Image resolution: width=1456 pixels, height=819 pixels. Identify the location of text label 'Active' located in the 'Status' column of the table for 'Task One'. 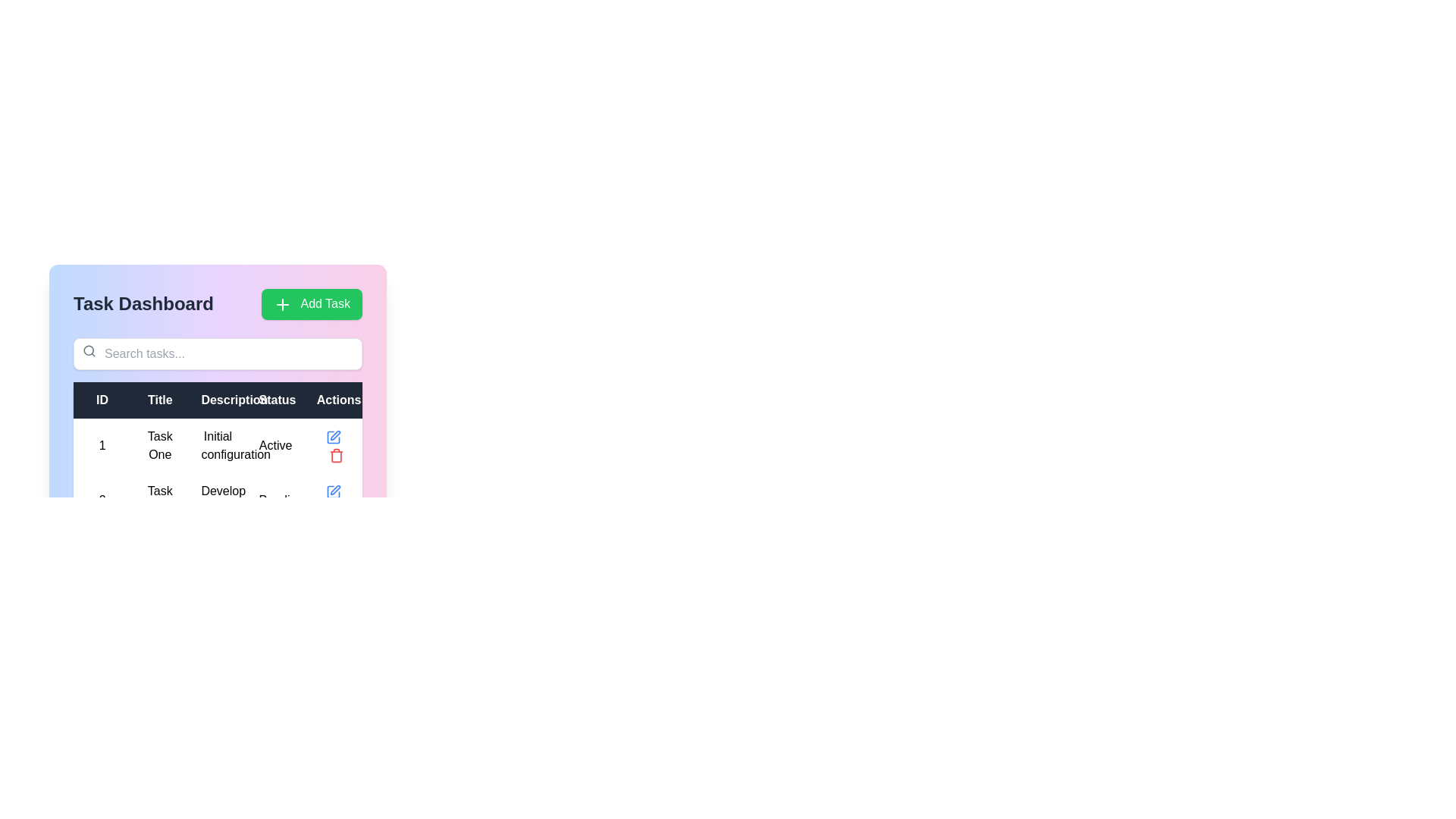
(275, 444).